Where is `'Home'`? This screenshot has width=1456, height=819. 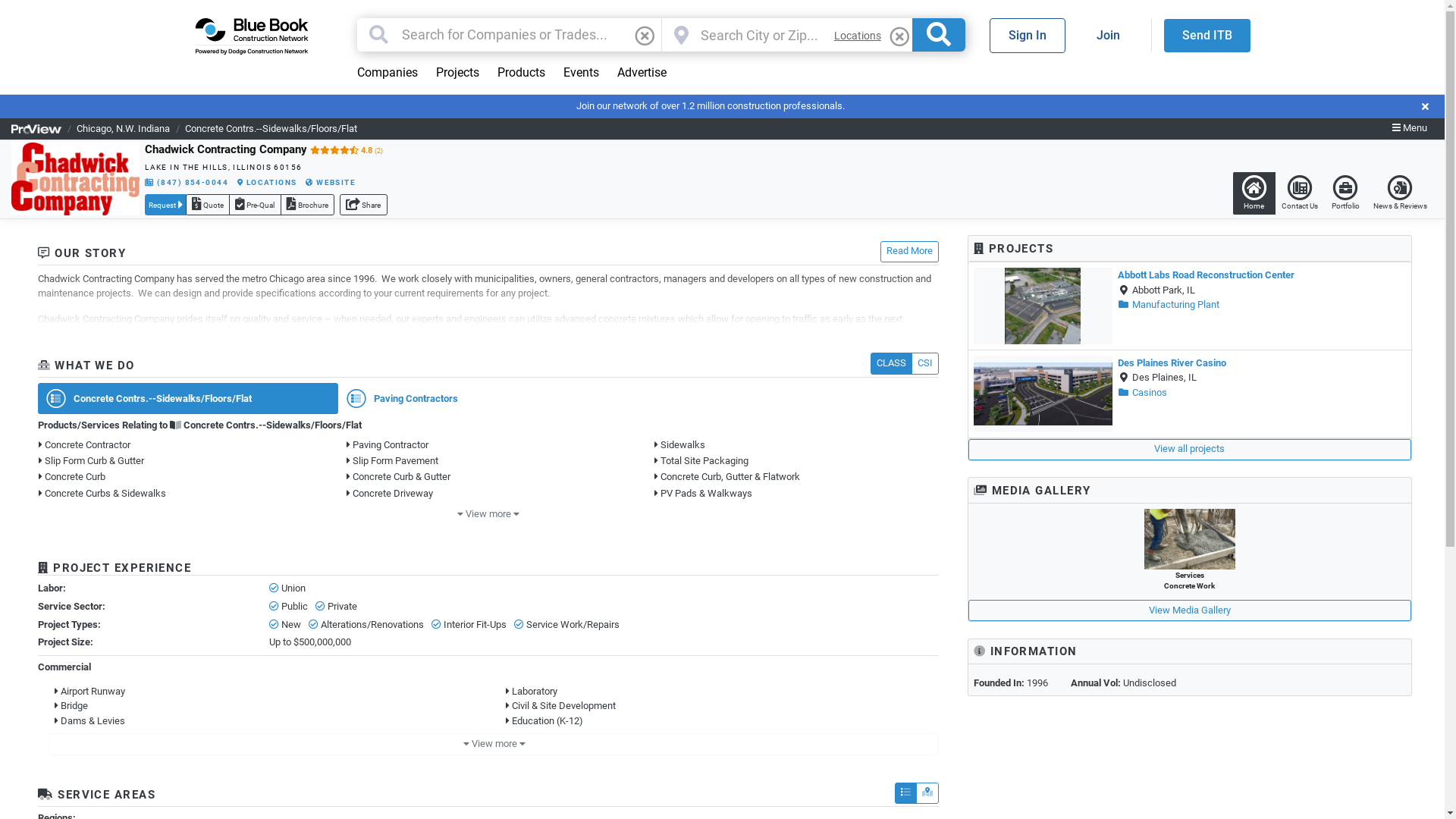 'Home' is located at coordinates (1232, 192).